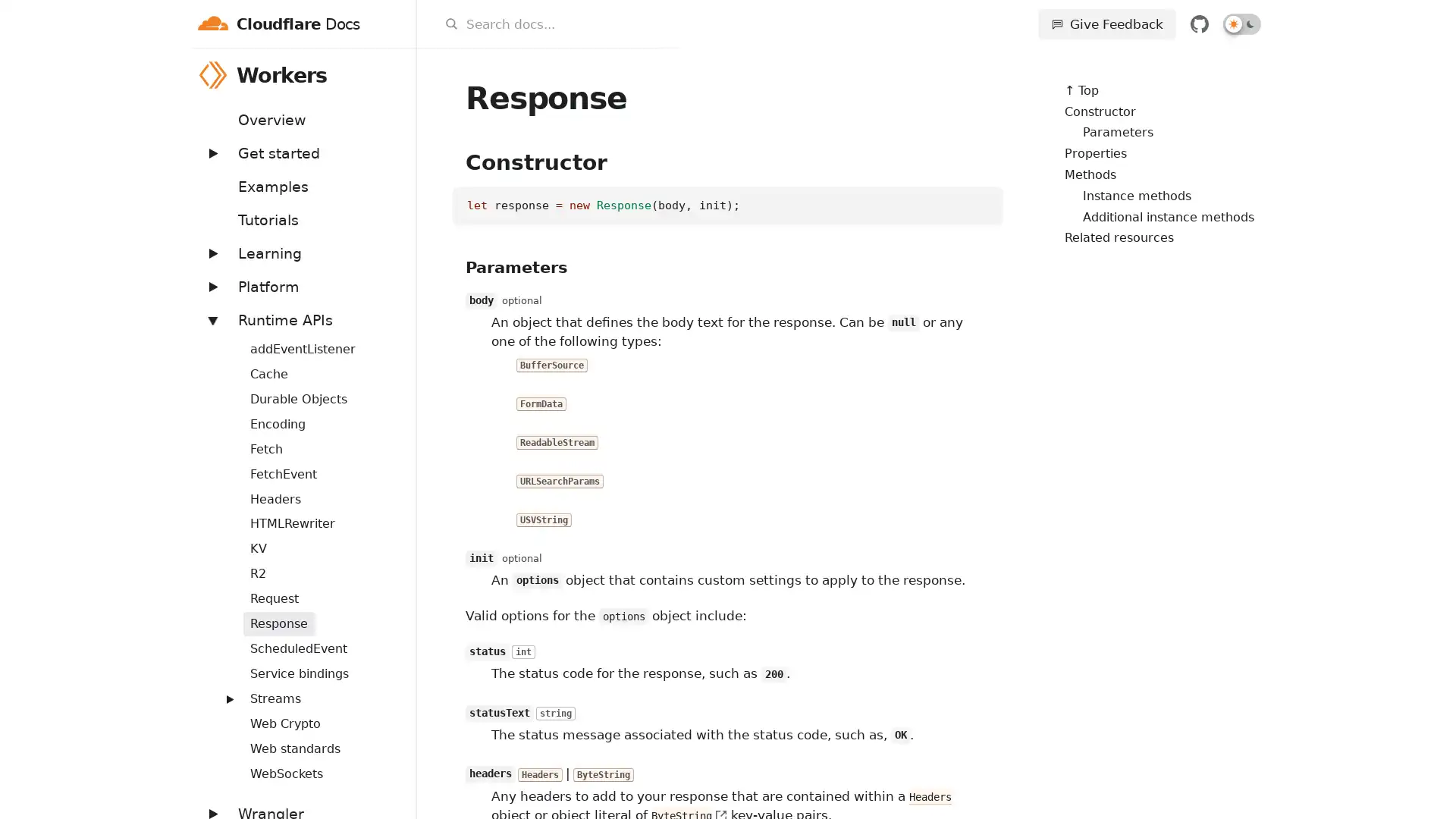 This screenshot has height=819, width=1456. I want to click on Workers menu, so click(396, 74).